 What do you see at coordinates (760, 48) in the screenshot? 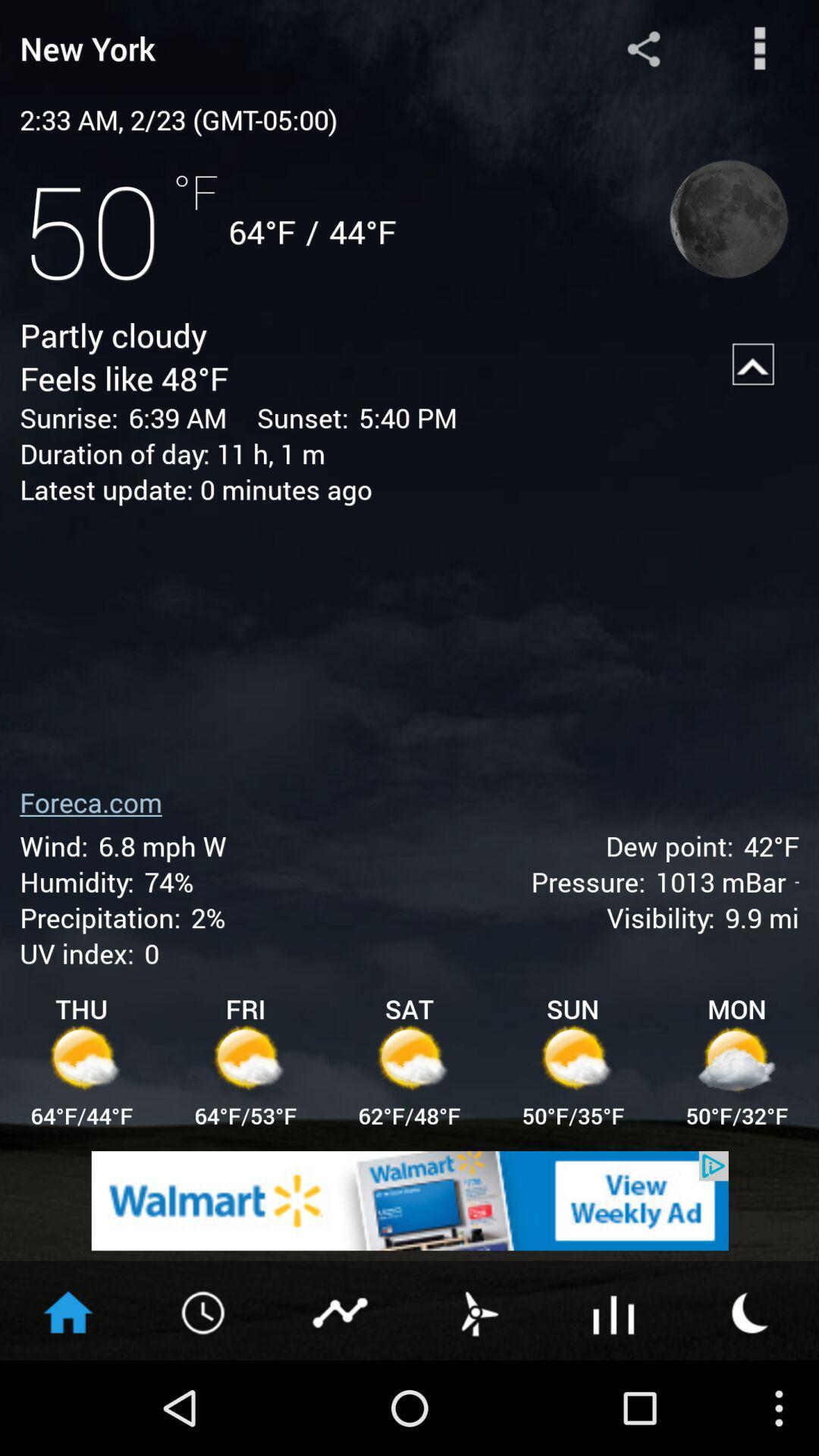
I see `menu options` at bounding box center [760, 48].